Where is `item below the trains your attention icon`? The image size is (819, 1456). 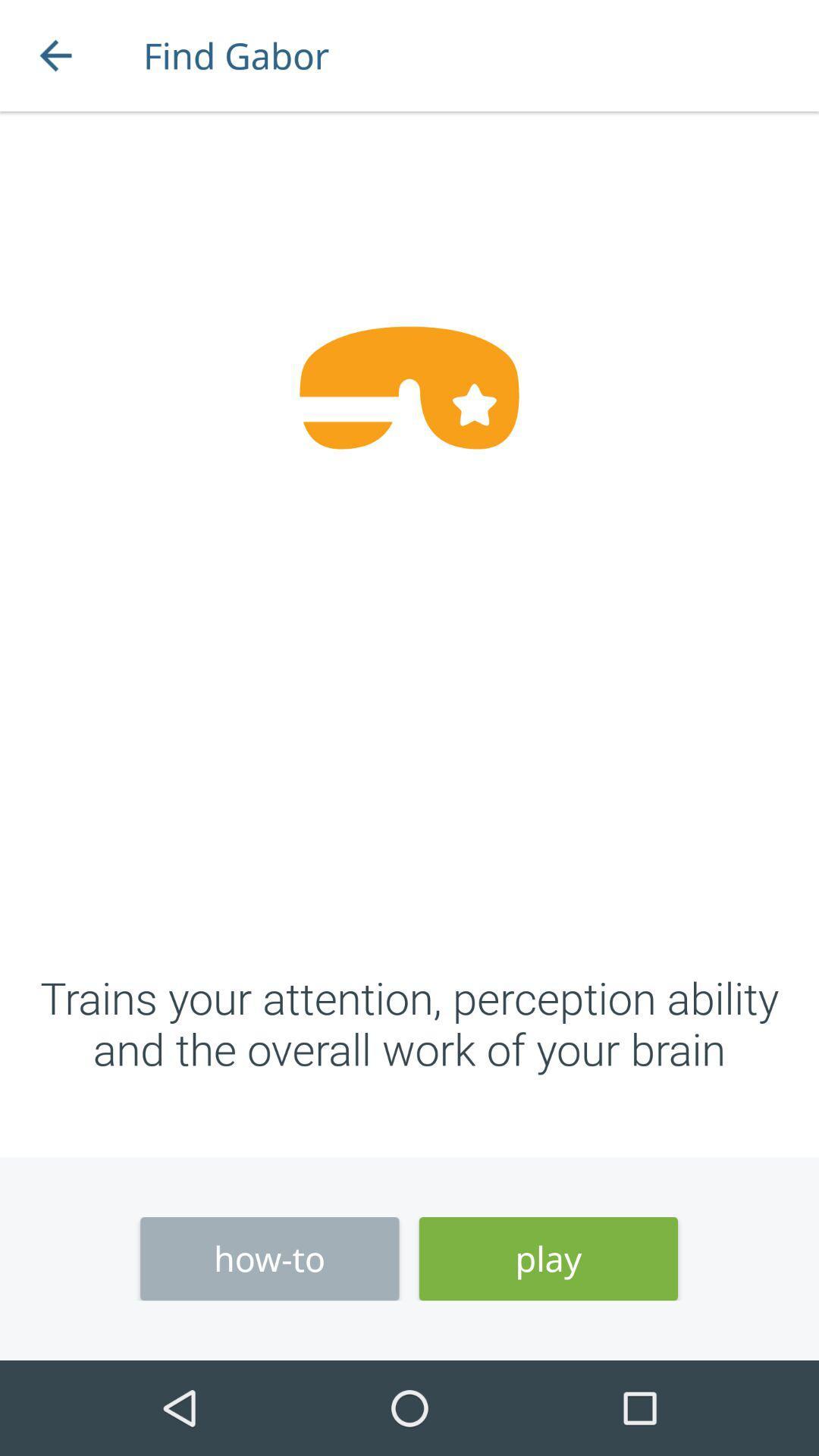
item below the trains your attention icon is located at coordinates (268, 1259).